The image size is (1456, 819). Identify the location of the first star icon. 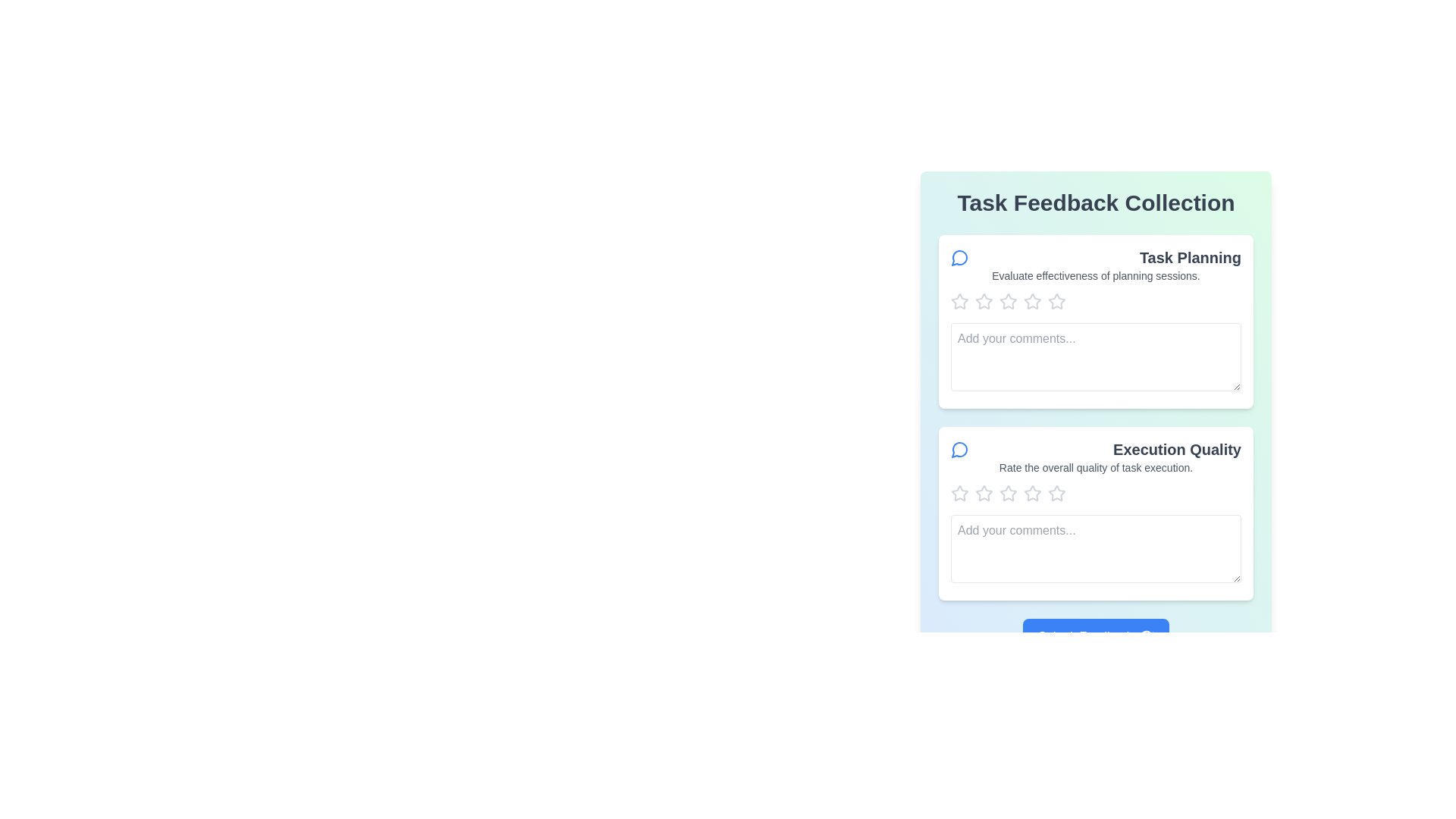
(984, 301).